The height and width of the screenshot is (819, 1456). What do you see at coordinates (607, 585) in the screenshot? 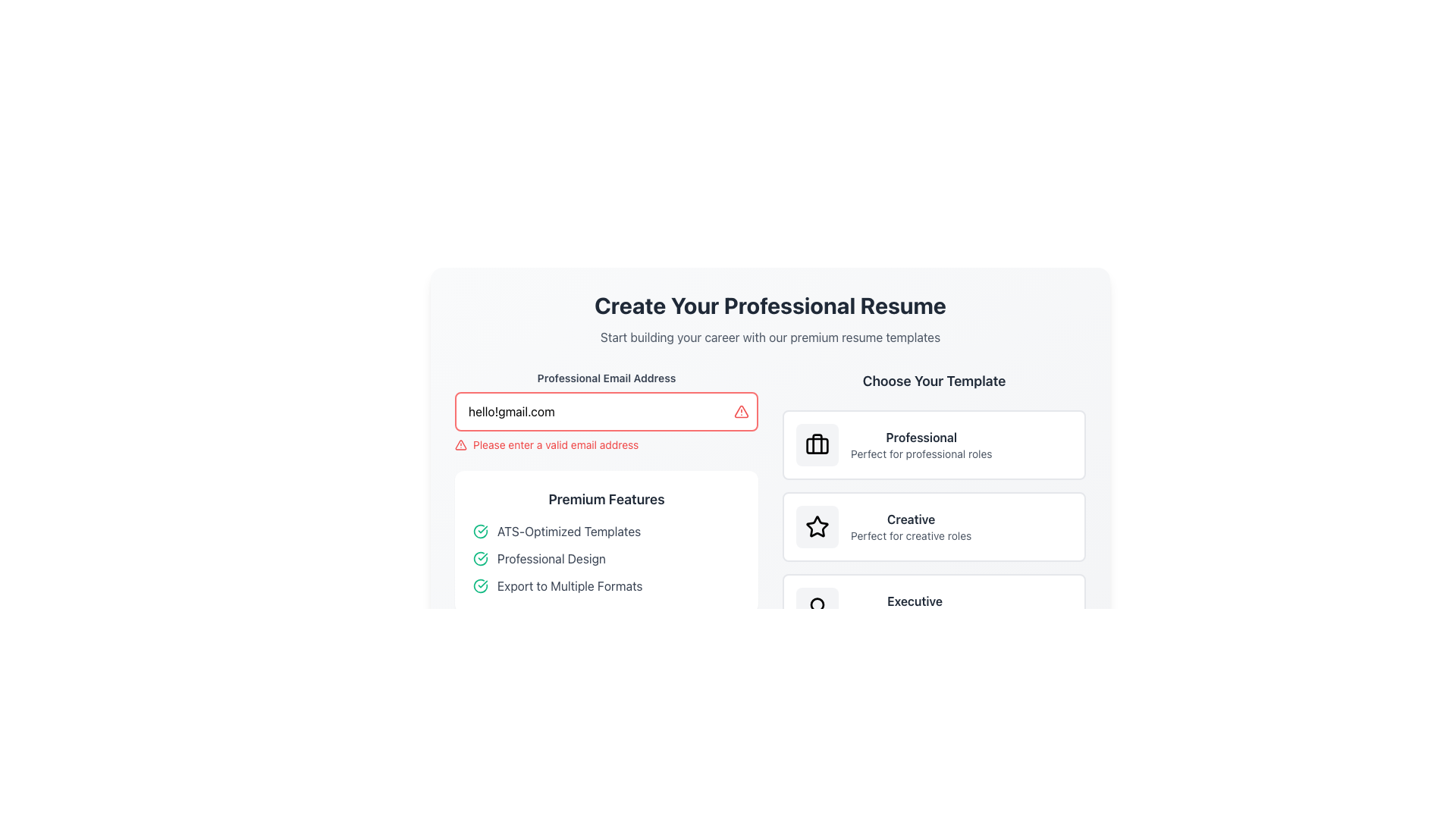
I see `the informational label with the icon indicating 'Export to Multiple Formats' in the 'Premium Features' section, which is the third entry in the list` at bounding box center [607, 585].